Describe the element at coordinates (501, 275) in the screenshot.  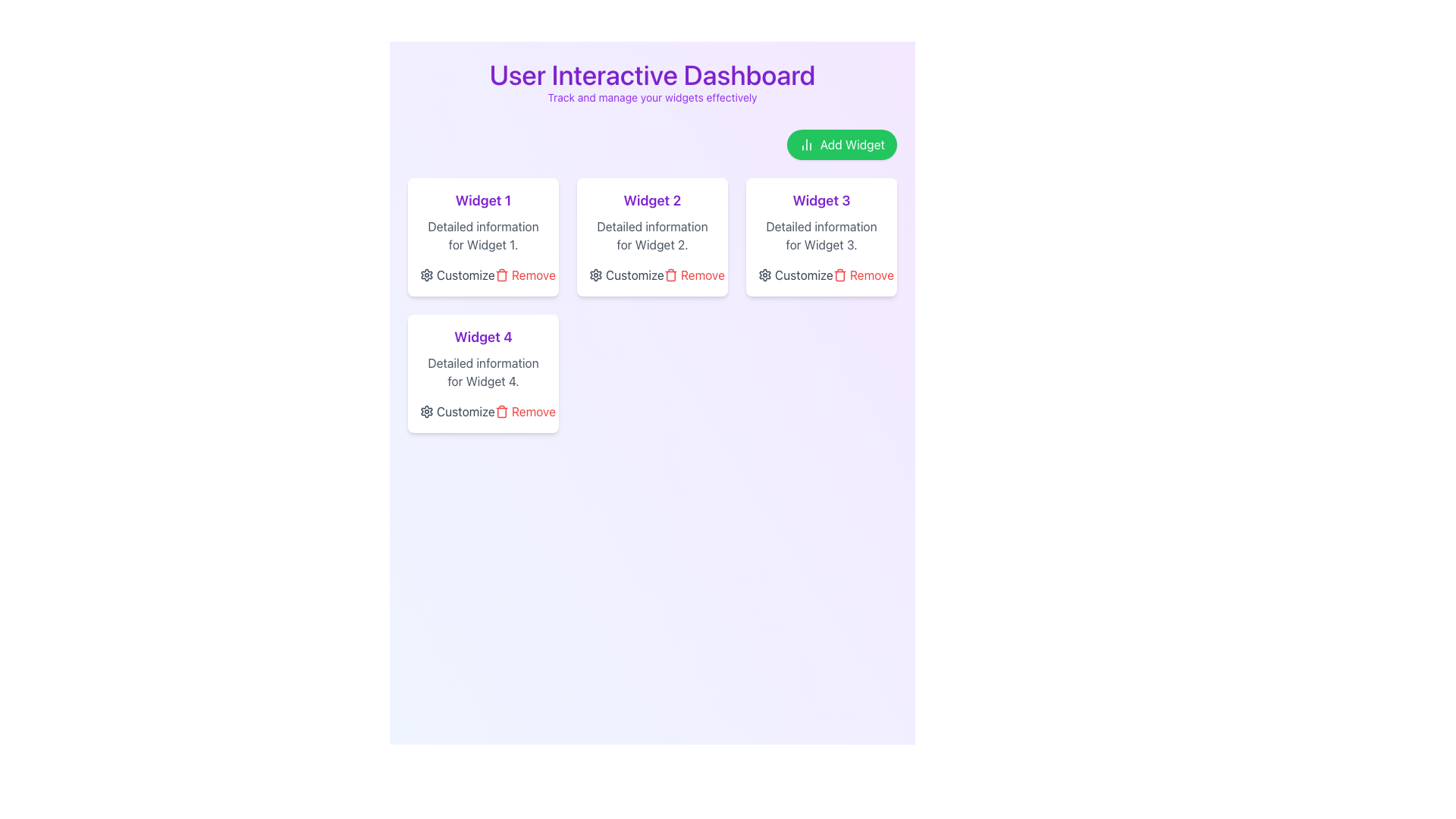
I see `the delete icon located next to the 'Customize' option within the 'Remove' label for 'Widget 1' in the upper-left card of the dashboard` at that location.